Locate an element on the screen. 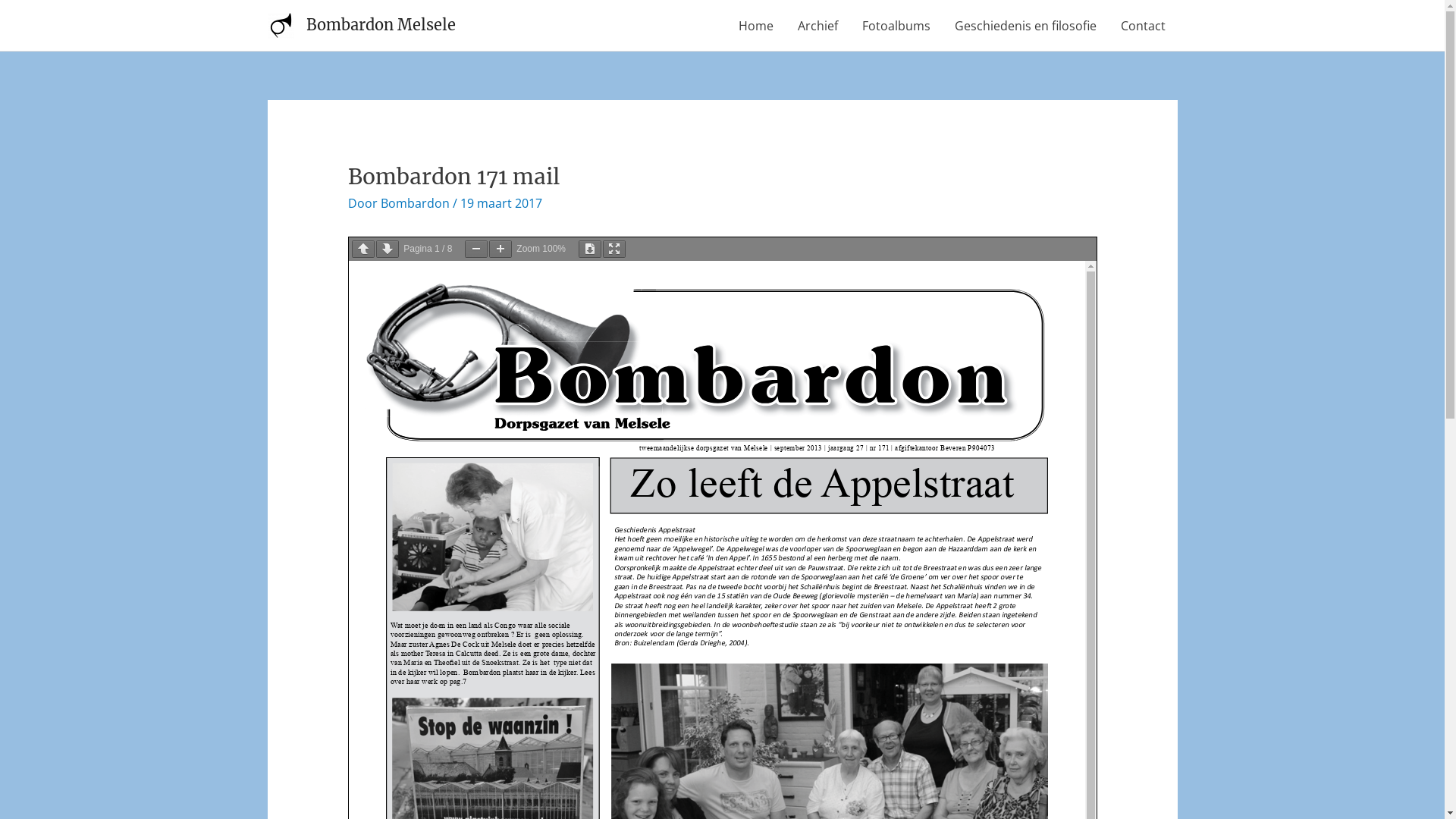 The image size is (1456, 819). 'Volledig scherm' is located at coordinates (602, 248).